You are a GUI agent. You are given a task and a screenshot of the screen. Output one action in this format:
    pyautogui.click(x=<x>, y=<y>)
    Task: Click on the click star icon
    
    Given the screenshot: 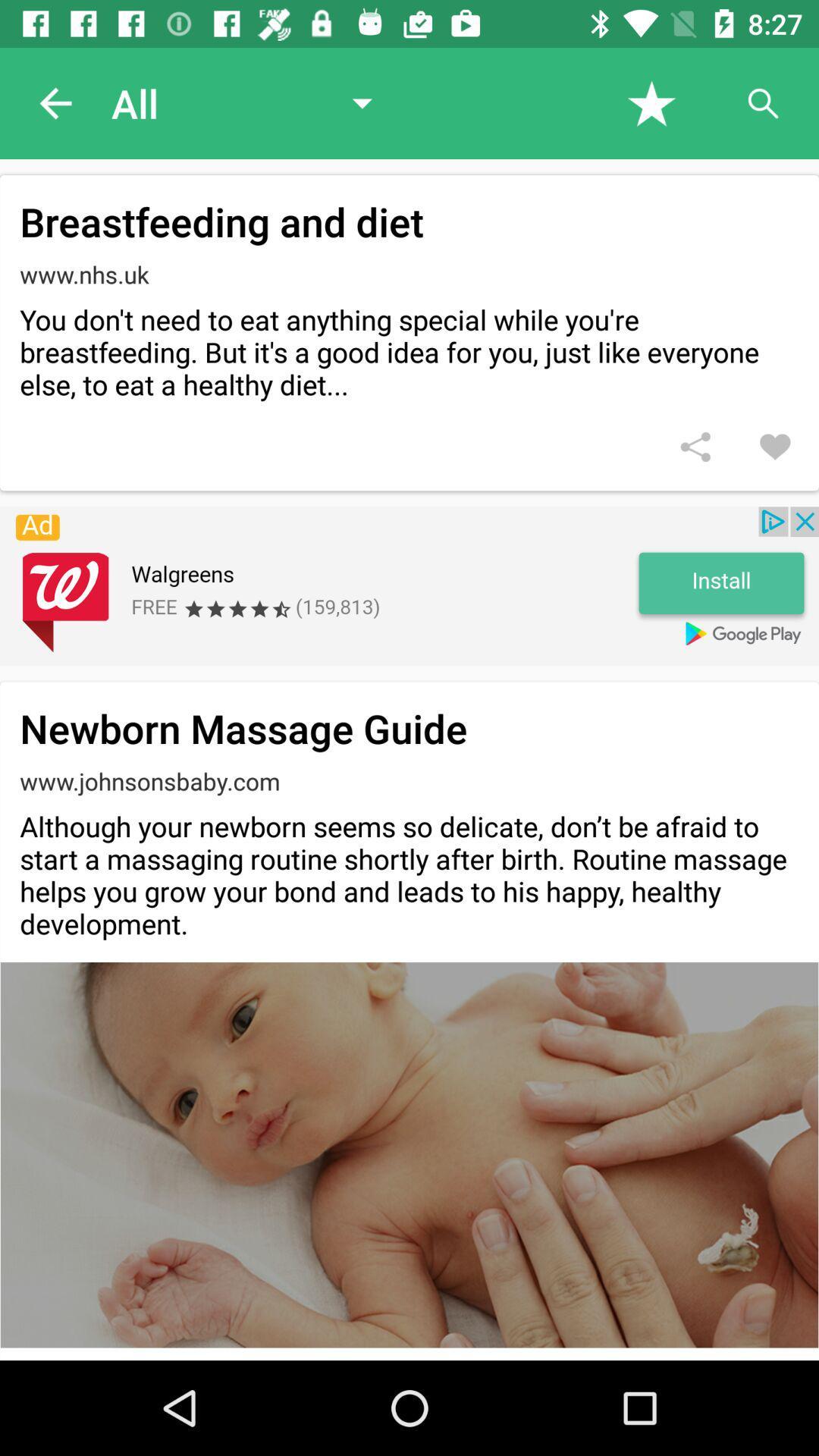 What is the action you would take?
    pyautogui.click(x=651, y=102)
    